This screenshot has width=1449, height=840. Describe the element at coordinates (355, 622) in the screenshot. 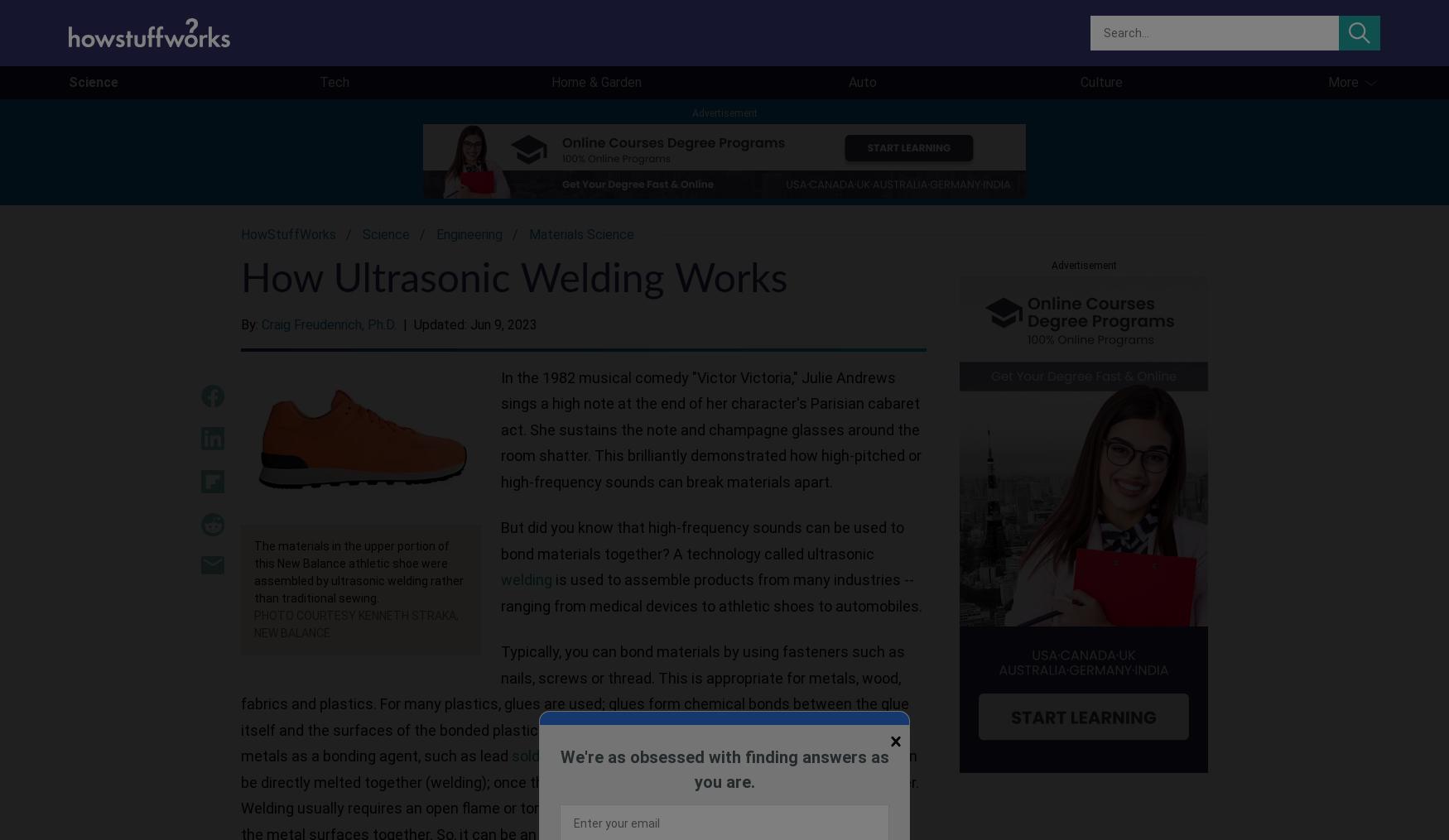

I see `'Photo courtesy Kenneth Straka, New Balance'` at that location.